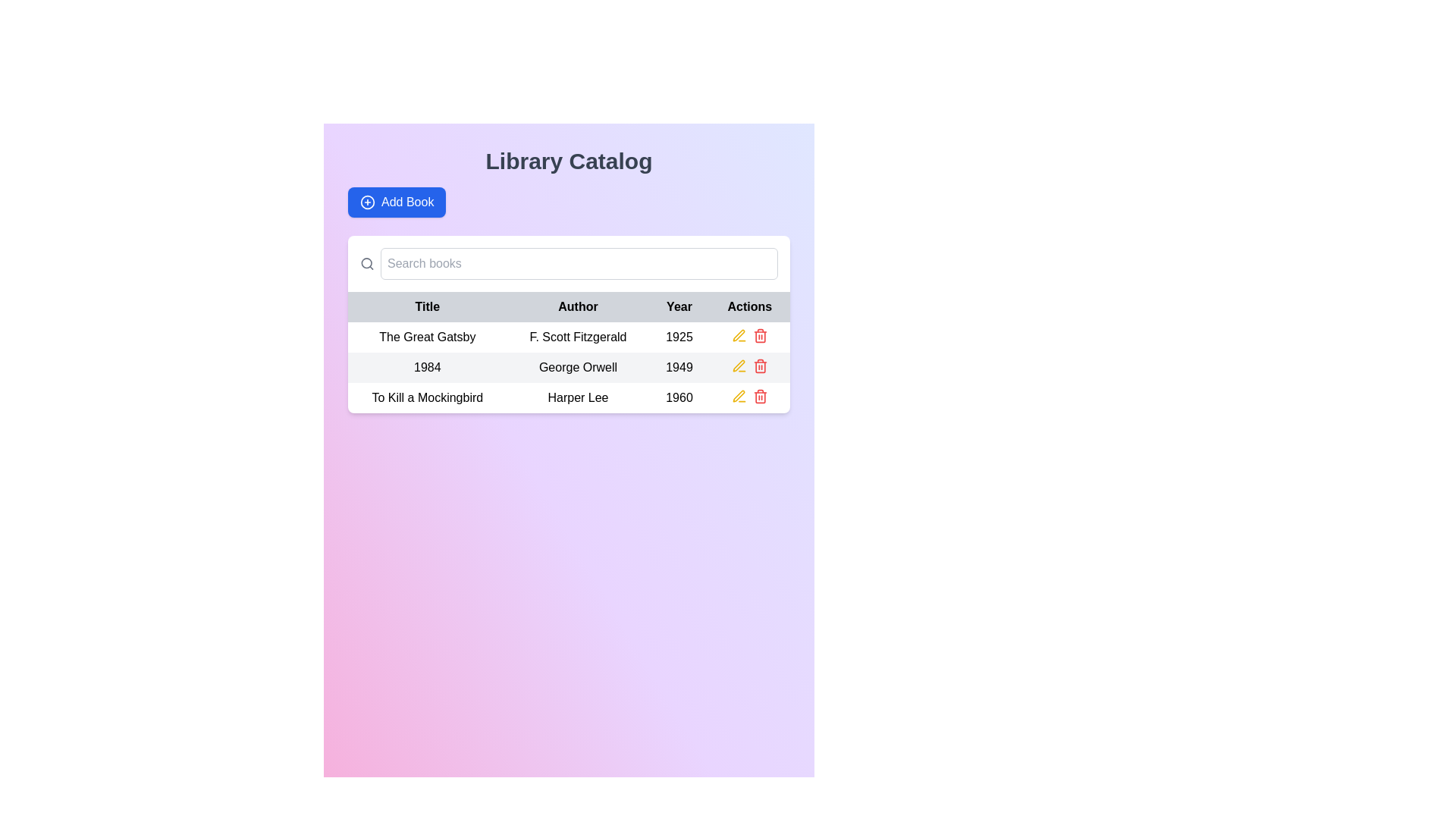  Describe the element at coordinates (739, 366) in the screenshot. I see `the Icon button in the 'Actions' column for the '1984' record` at that location.